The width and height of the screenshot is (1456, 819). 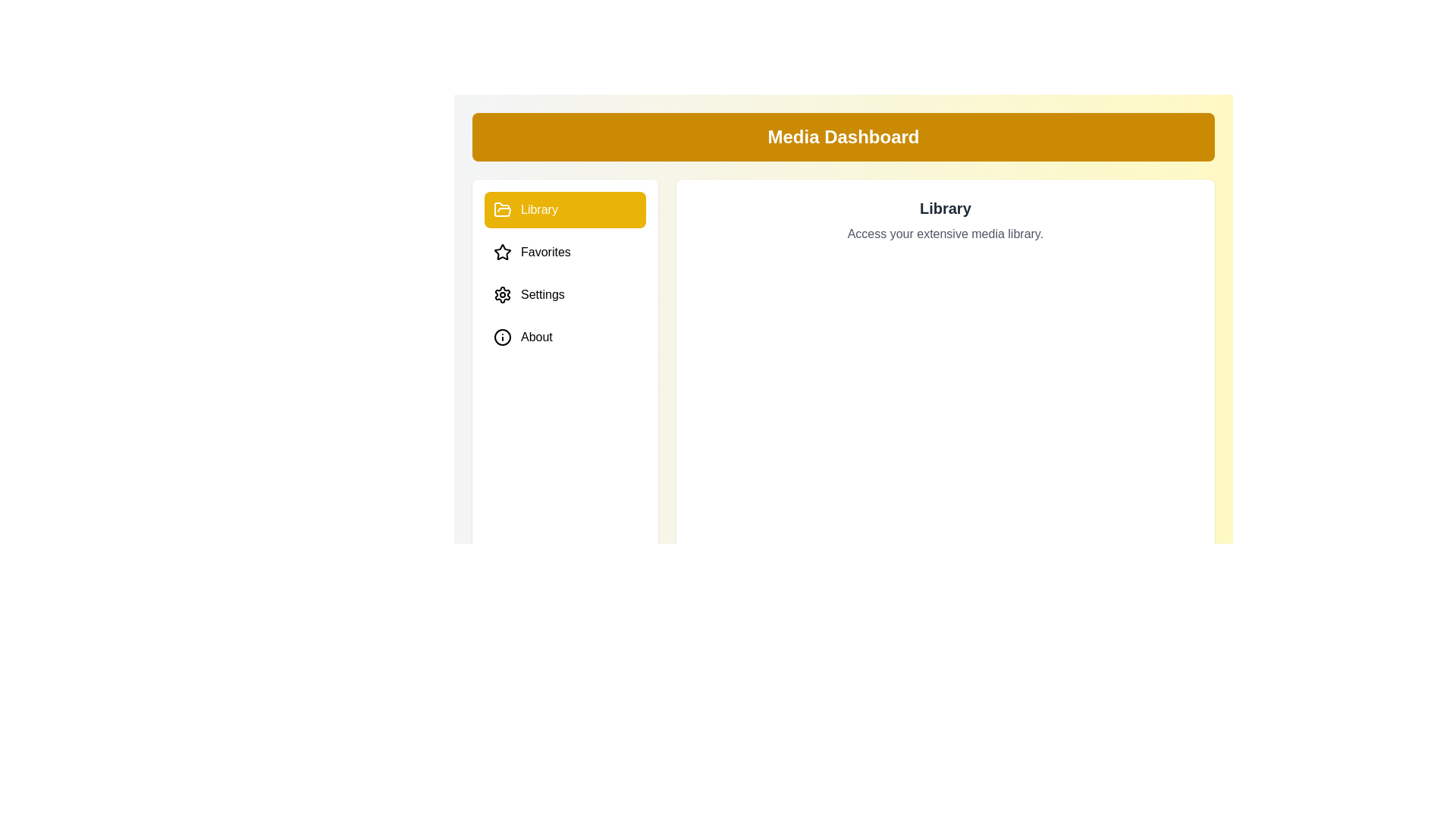 I want to click on the Library tab to preview its hover effect, so click(x=564, y=210).